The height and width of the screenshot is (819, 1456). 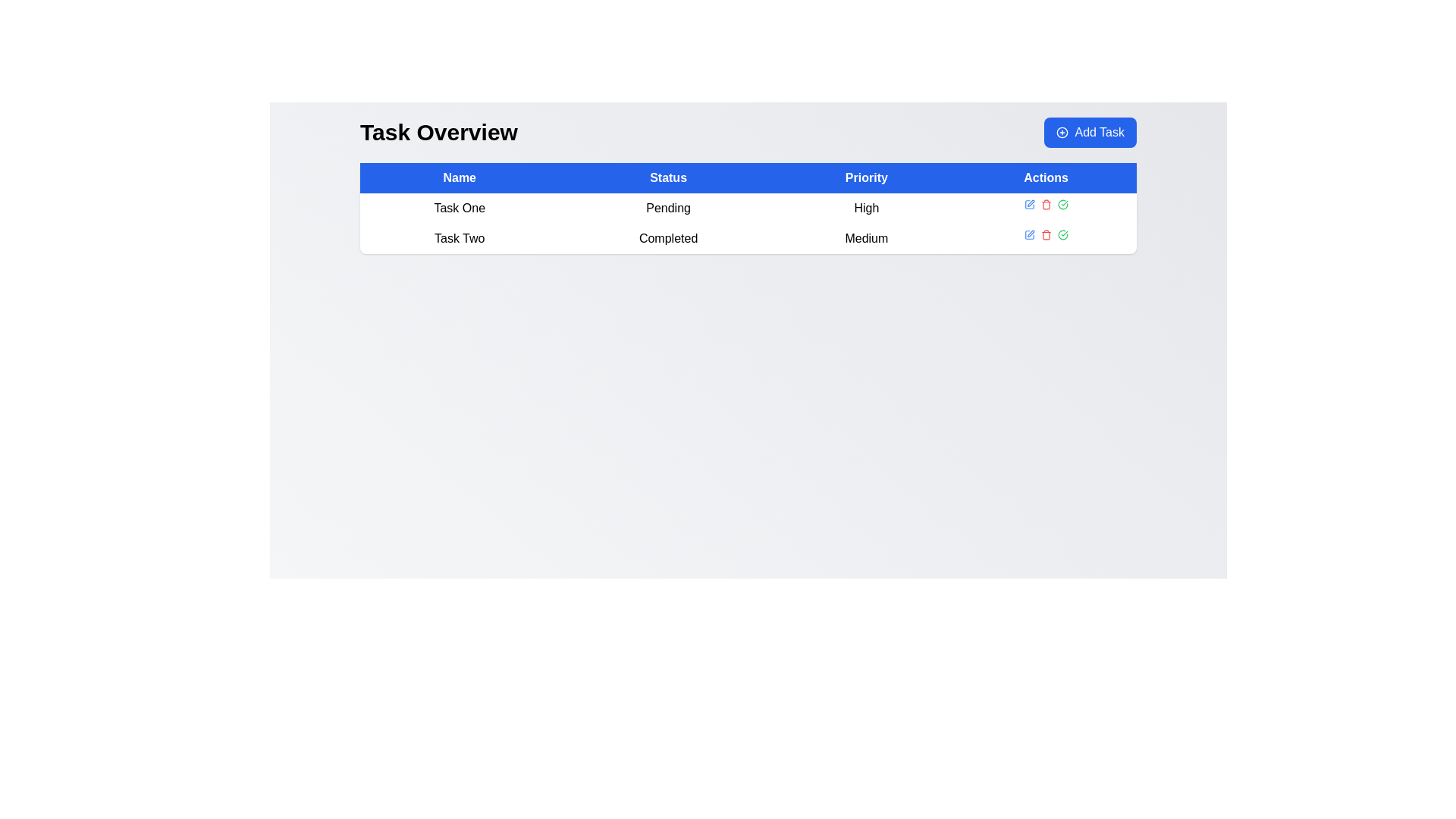 What do you see at coordinates (1029, 205) in the screenshot?
I see `the small blue edit icon resembling a pen in the 'Actions' column of the 'Task Overview' table for 'Task One' to initiate an edit action` at bounding box center [1029, 205].